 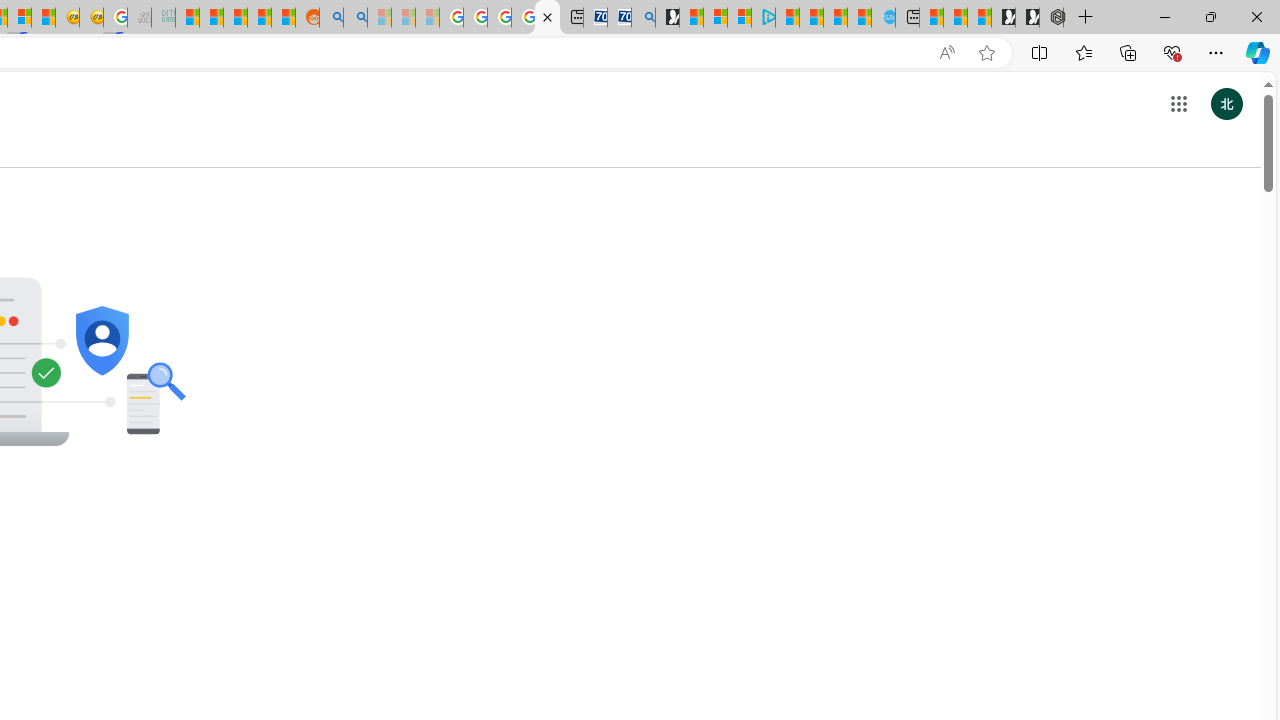 I want to click on 'Bing Real Estate - Home sales and rental listings', so click(x=643, y=17).